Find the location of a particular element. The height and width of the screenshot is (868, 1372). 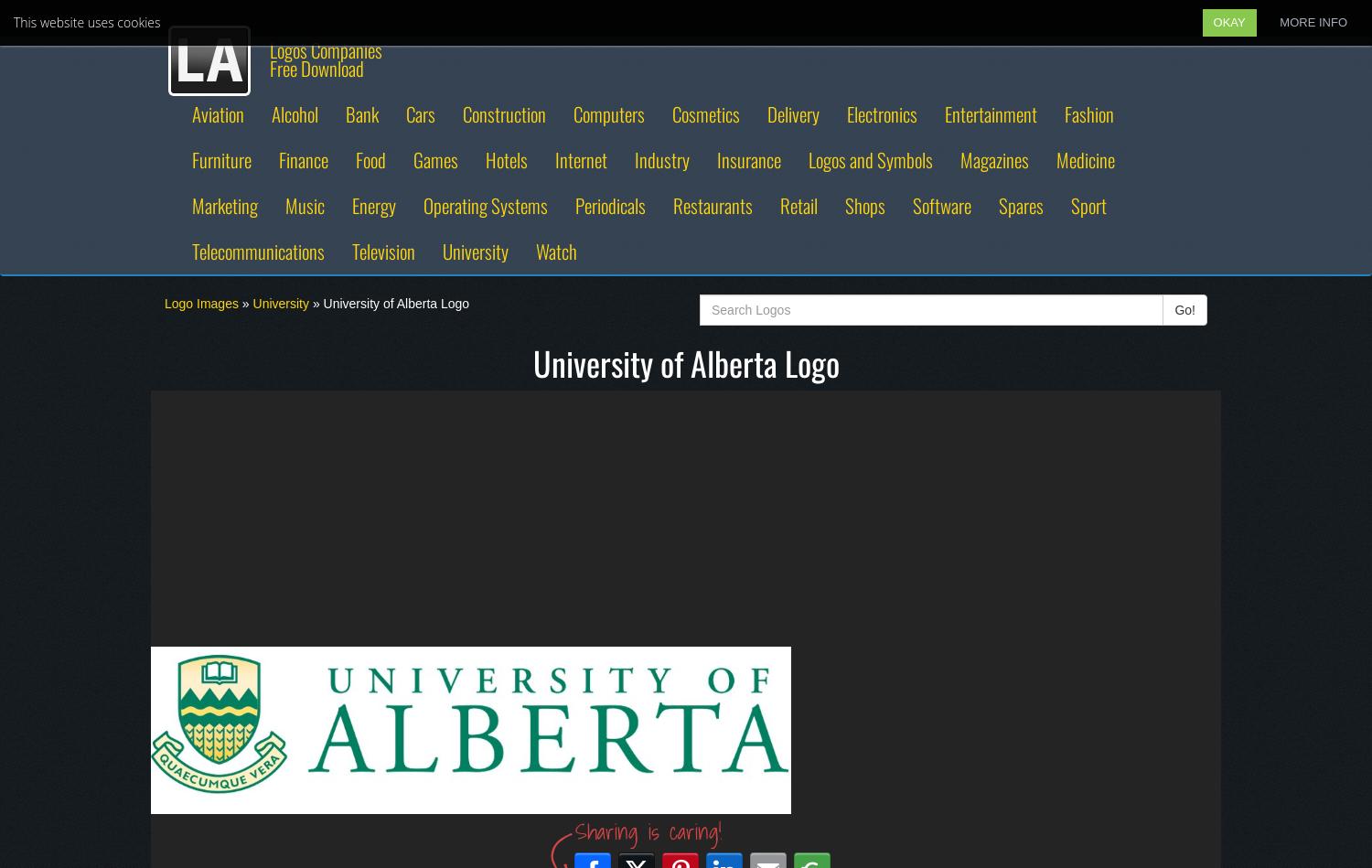

'Spares' is located at coordinates (1020, 204).